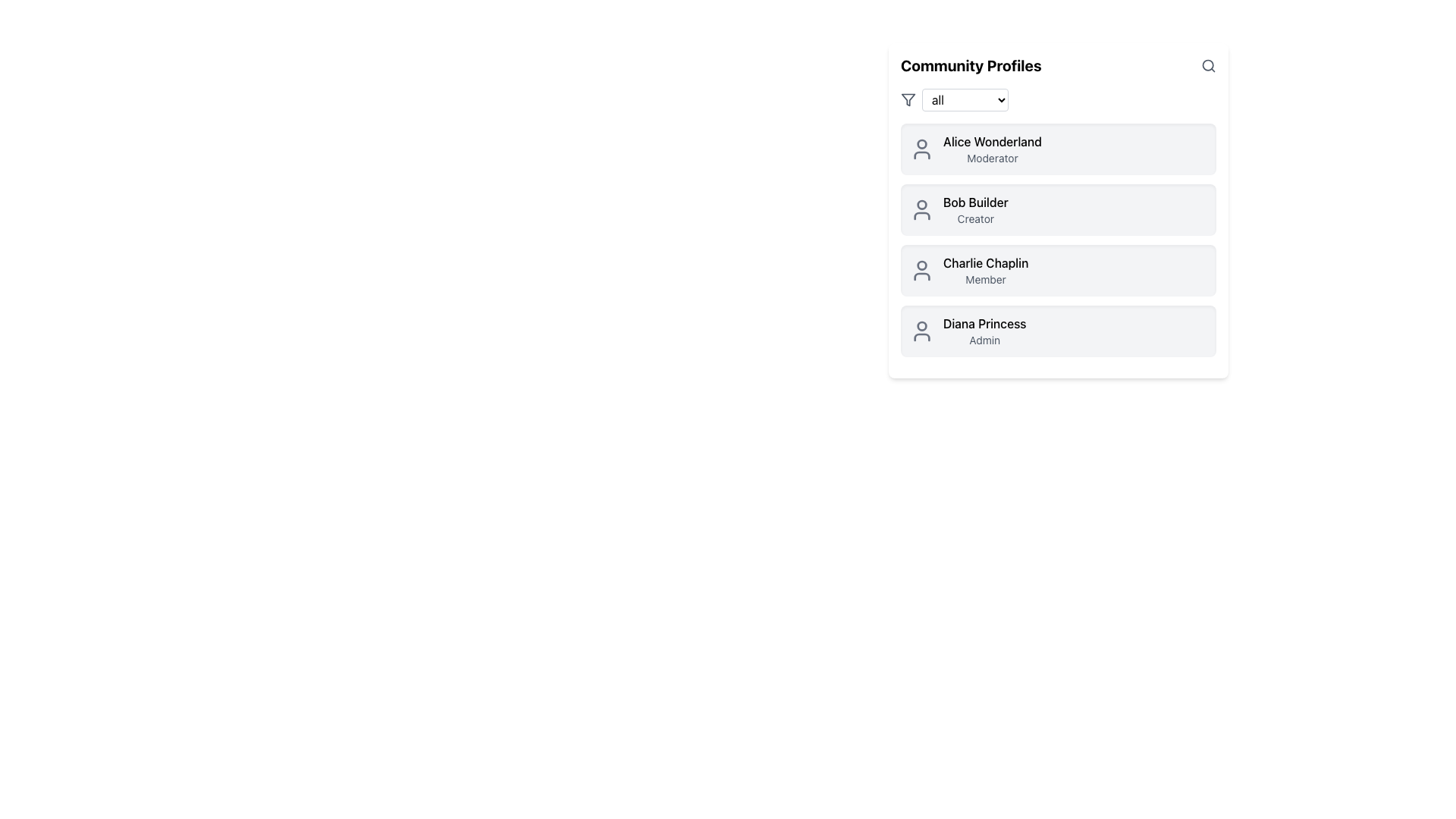 The image size is (1456, 819). Describe the element at coordinates (921, 270) in the screenshot. I see `the user profile icon for 'Charlie Chaplin', which is a simplistic line art silhouette icon in gray color, positioned left of the name in the community profiles list` at that location.